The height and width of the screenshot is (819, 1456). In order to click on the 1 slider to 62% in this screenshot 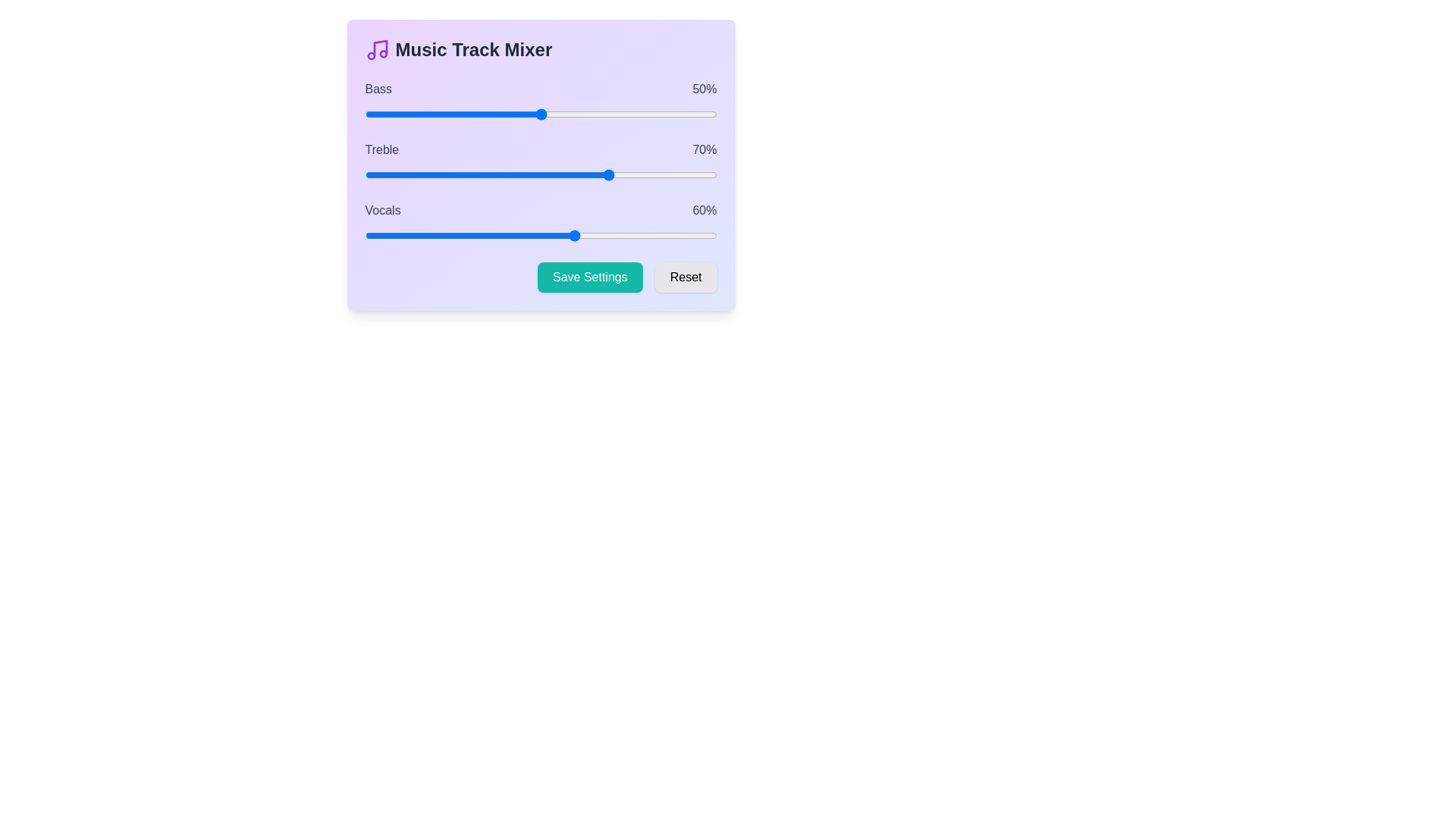, I will do `click(582, 174)`.